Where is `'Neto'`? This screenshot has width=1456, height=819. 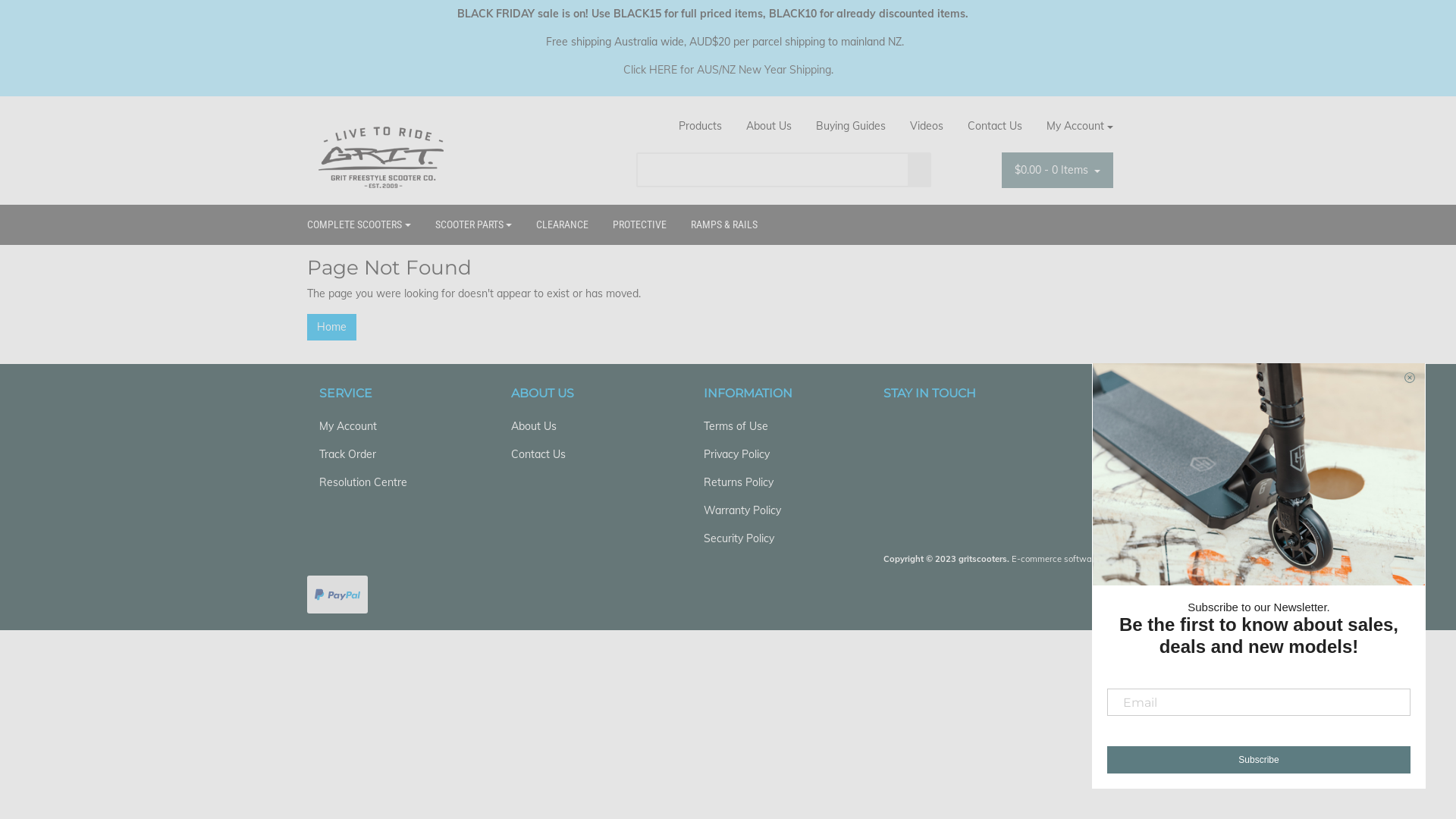
'Neto' is located at coordinates (1123, 558).